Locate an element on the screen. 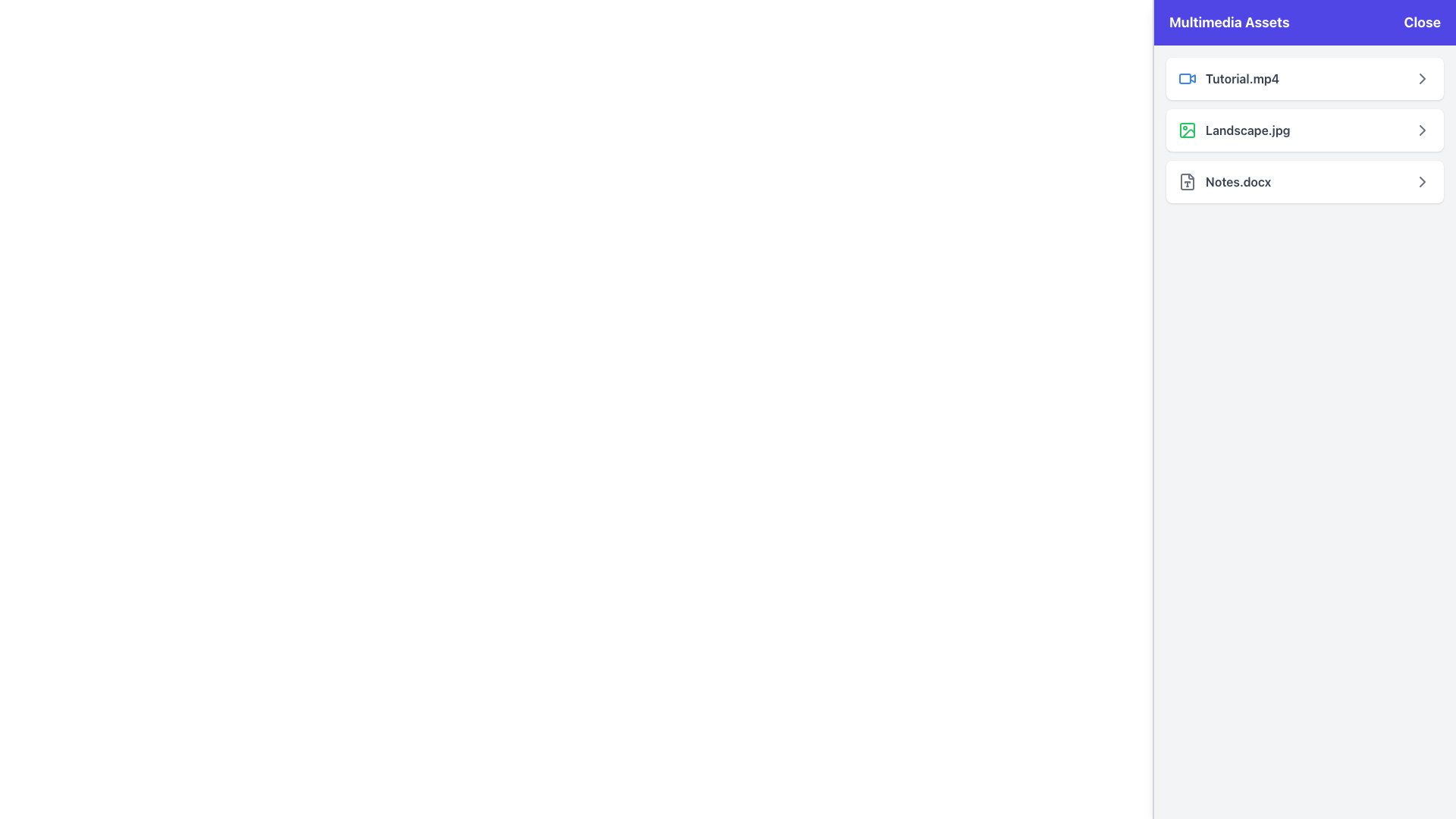 Image resolution: width=1456 pixels, height=819 pixels. the video camera icon located next to the text 'Tutorial.mp4' in the 'Multimedia Assets' list is located at coordinates (1185, 79).